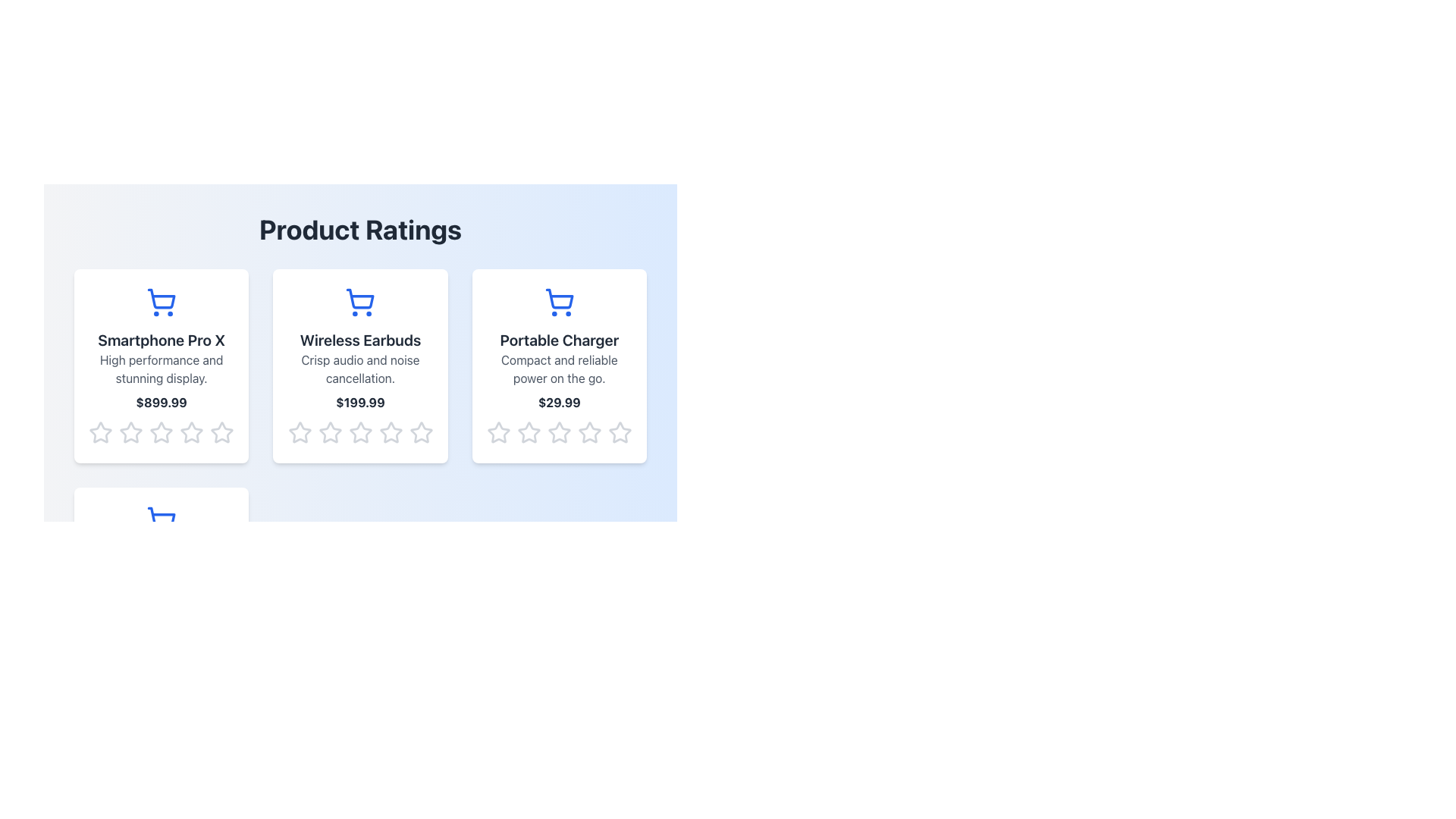  What do you see at coordinates (421, 432) in the screenshot?
I see `the fifth star-shaped rating icon, which is grayish and unselected, to rate the product under 'Wireless Earbuds'` at bounding box center [421, 432].